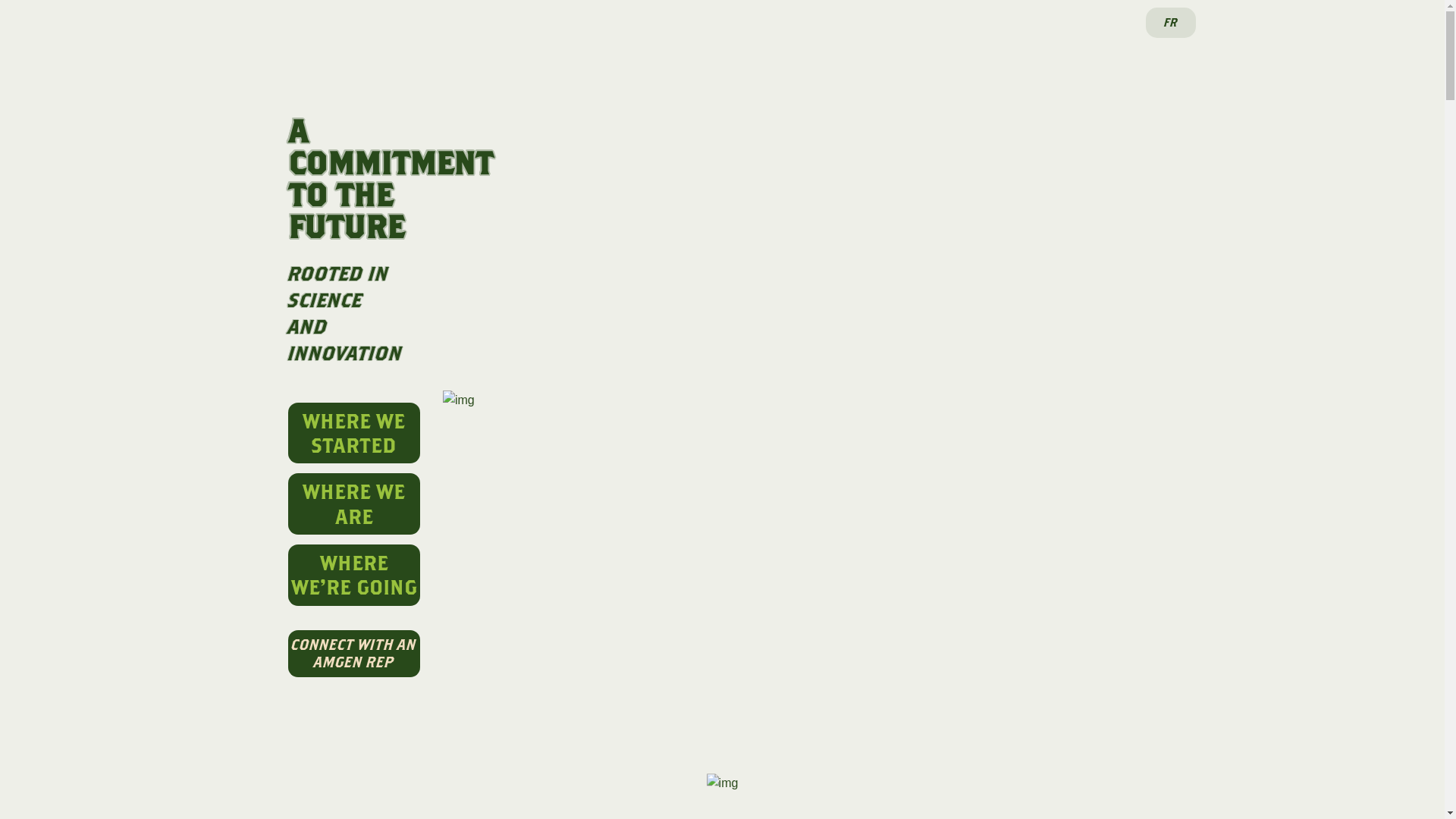 The width and height of the screenshot is (1456, 819). Describe the element at coordinates (287, 433) in the screenshot. I see `'WHERE WE STARTED'` at that location.